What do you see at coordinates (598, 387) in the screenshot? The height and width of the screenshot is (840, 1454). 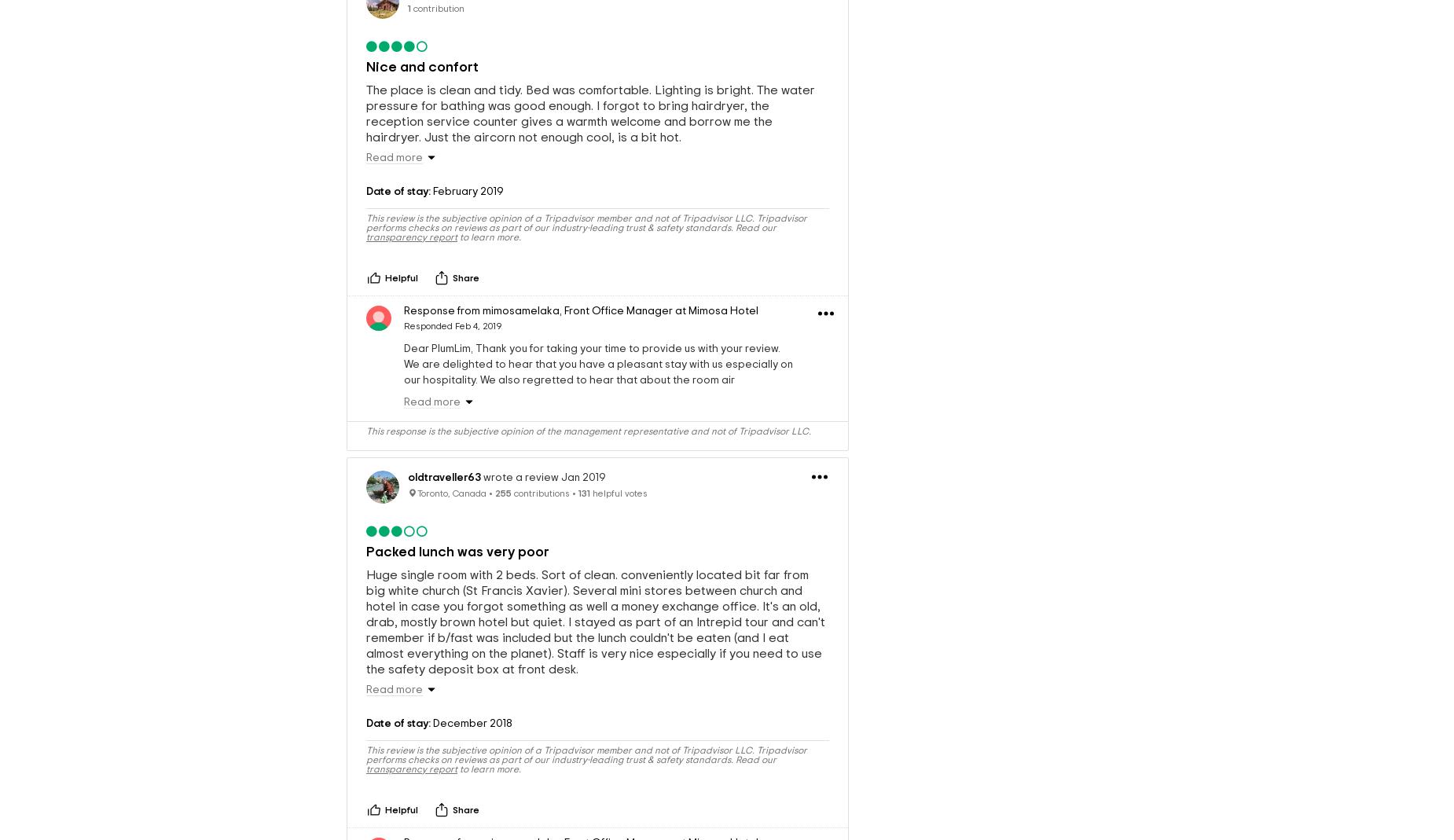 I see `'Dear PlumLim,  Thank you for taking your time to provide us with your review. We are delighted to hear that you have a pleasant stay with us especially on our hospitality.   We also regretted to hear that about the room air conditioning and we will definitely take an immediate action for future improvements.  Looking forward to welcome you again in the future!  Warm regards Ady Operation Manager'` at bounding box center [598, 387].